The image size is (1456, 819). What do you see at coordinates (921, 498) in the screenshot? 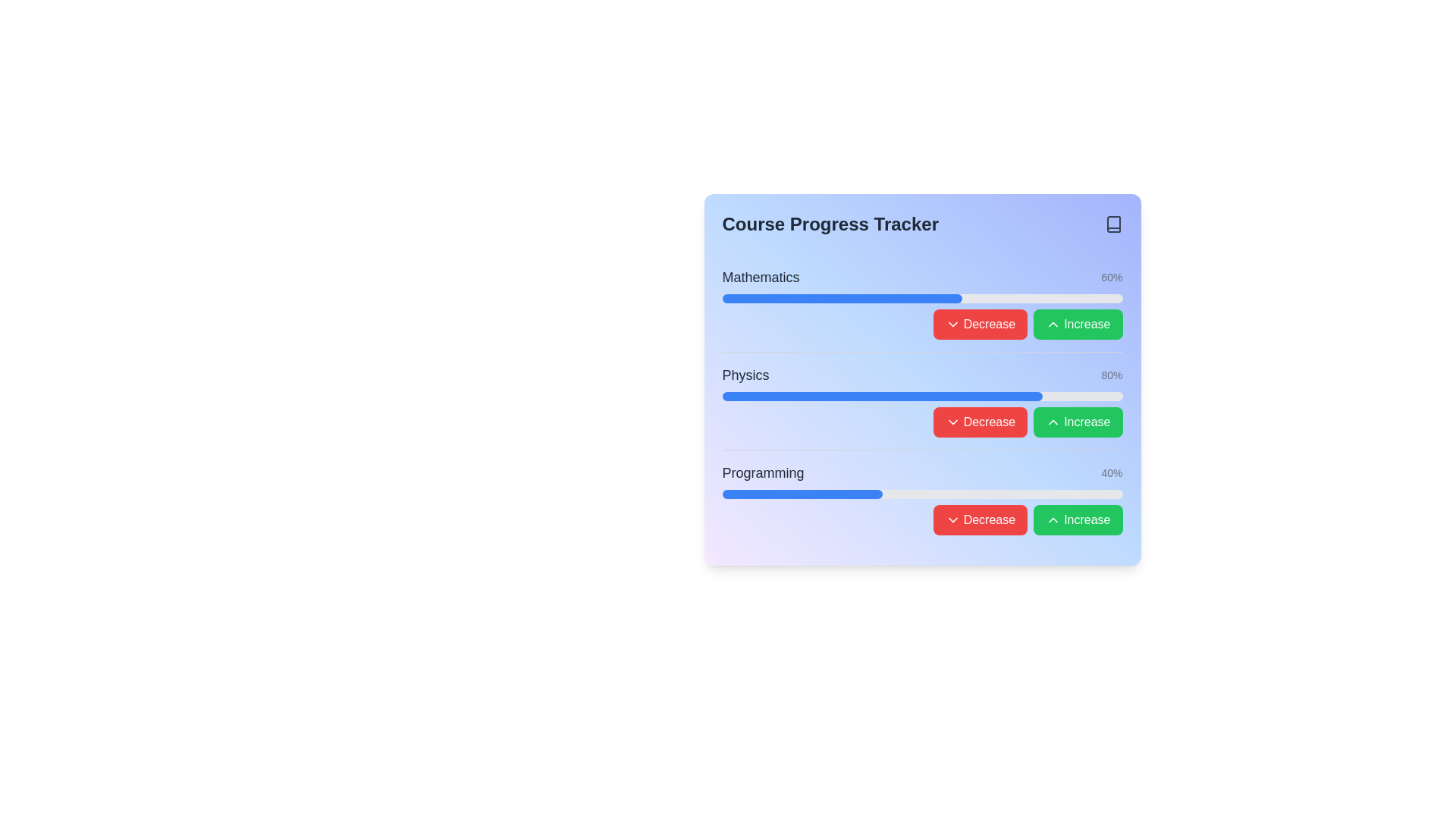
I see `the Composite component for the 'Programming' course` at bounding box center [921, 498].